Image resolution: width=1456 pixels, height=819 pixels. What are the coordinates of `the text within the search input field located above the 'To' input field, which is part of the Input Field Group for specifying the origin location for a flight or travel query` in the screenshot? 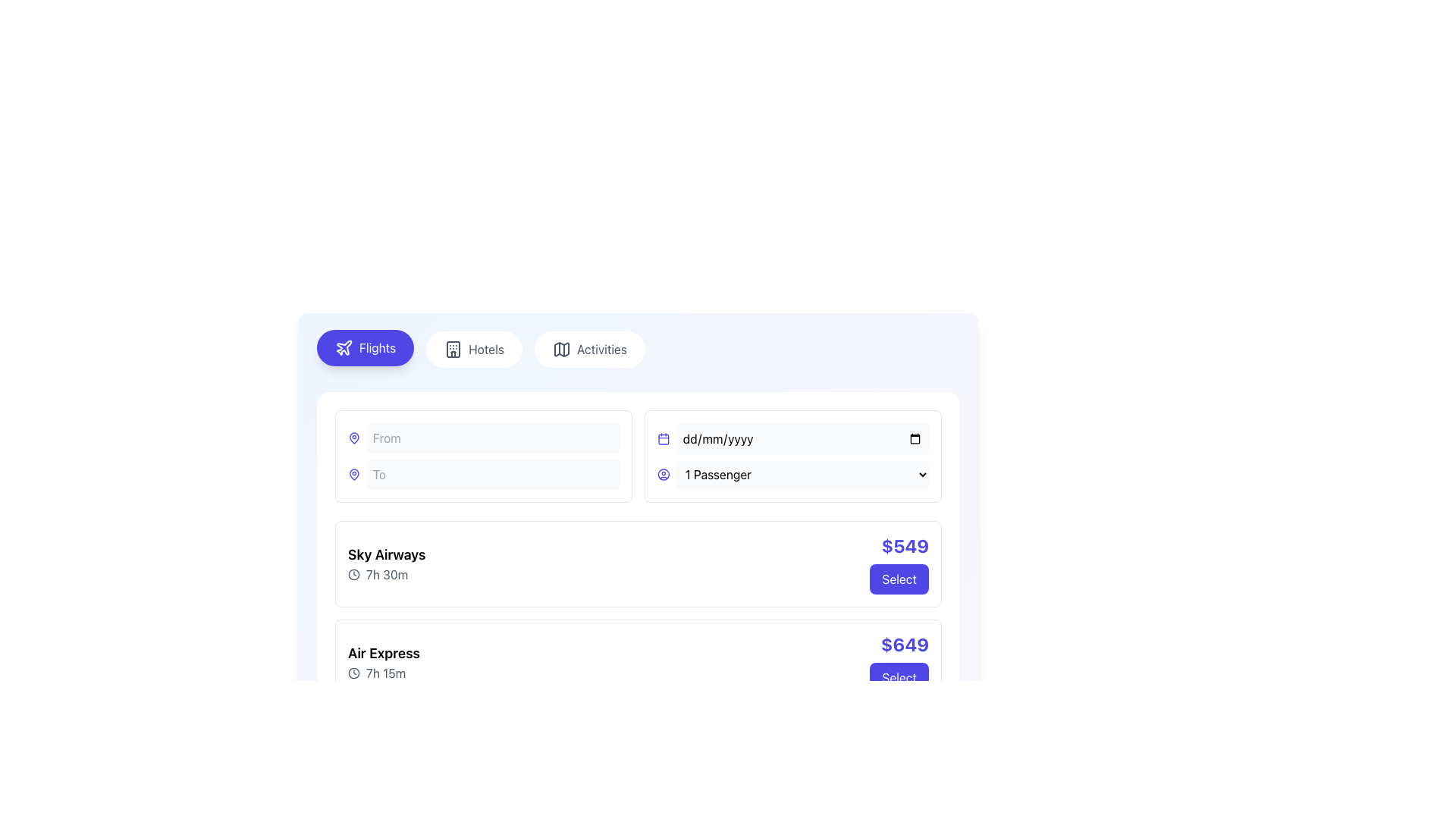 It's located at (483, 438).